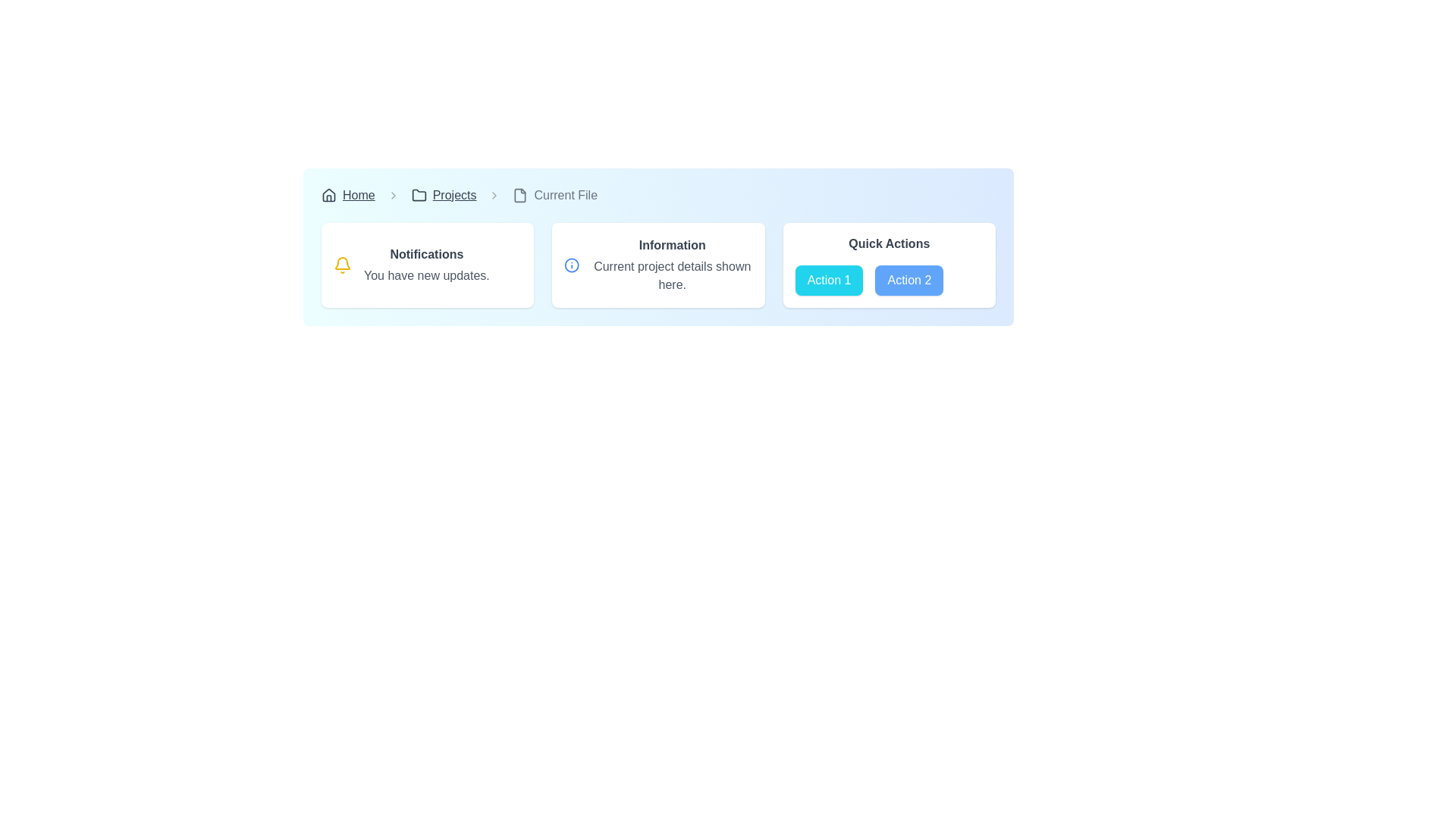 The width and height of the screenshot is (1456, 819). What do you see at coordinates (419, 194) in the screenshot?
I see `the folder icon in the breadcrumb navigation bar, which is the second clickable icon` at bounding box center [419, 194].